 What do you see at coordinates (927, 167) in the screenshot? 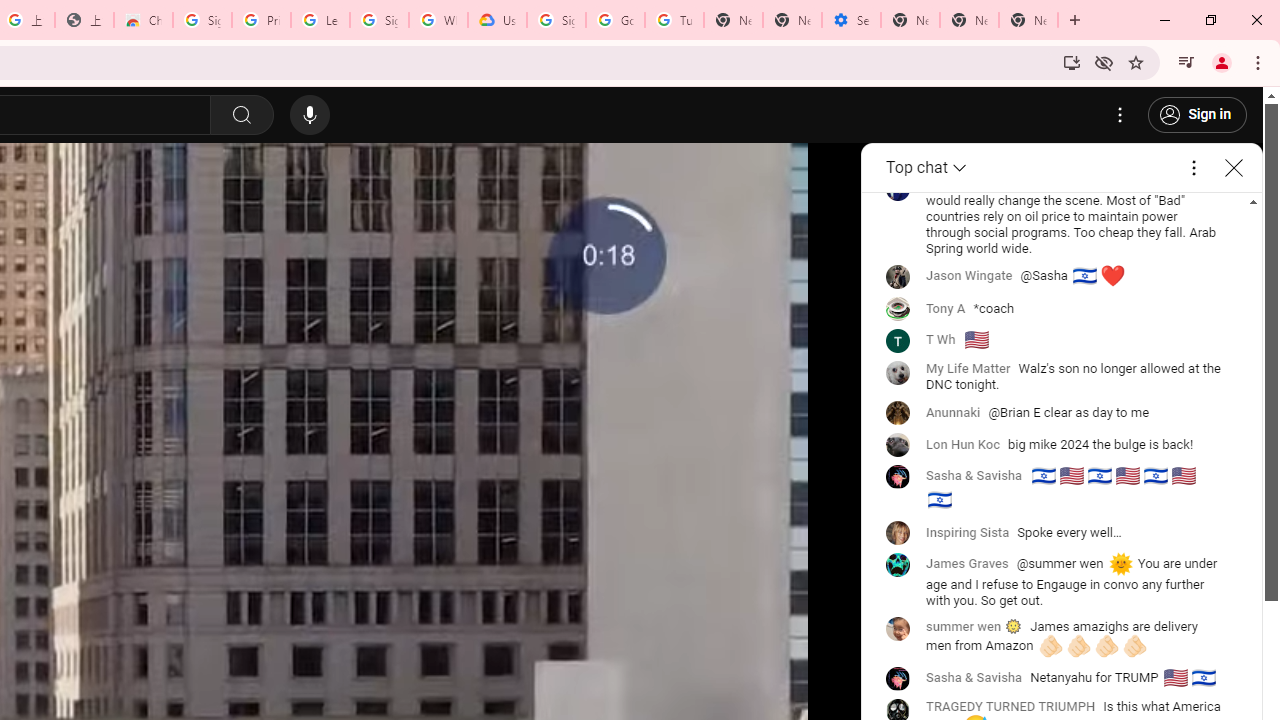
I see `'Live Chat mode selection'` at bounding box center [927, 167].